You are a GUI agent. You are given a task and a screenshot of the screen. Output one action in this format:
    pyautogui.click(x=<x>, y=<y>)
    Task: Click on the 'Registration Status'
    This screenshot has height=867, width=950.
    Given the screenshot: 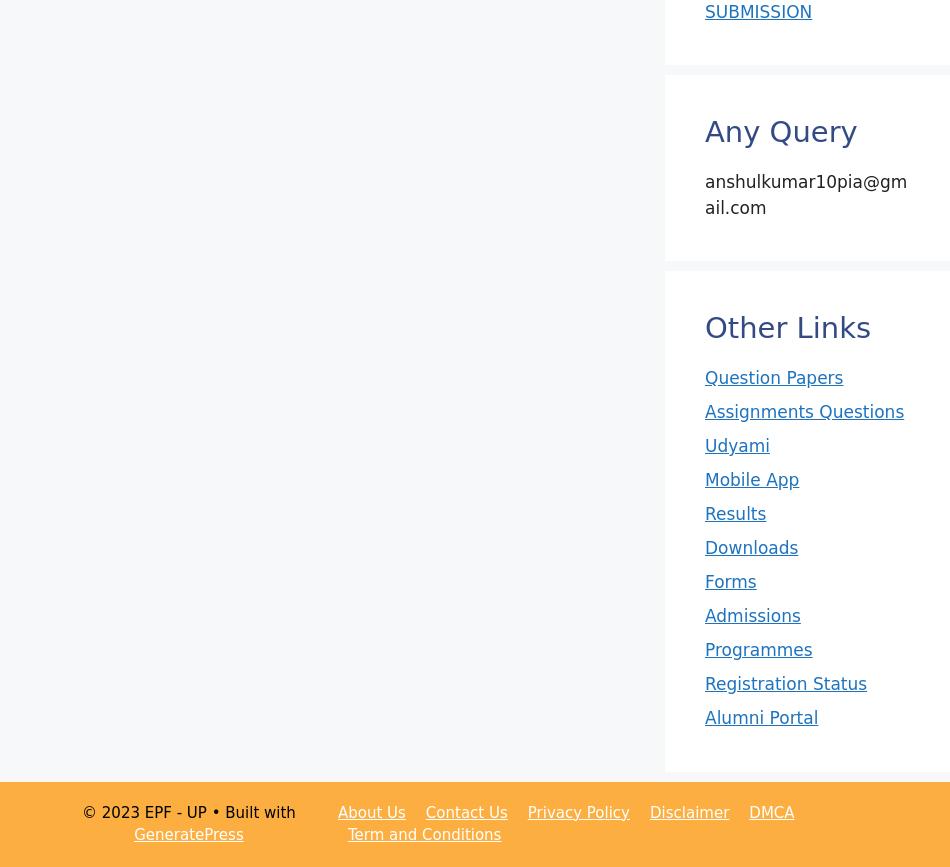 What is the action you would take?
    pyautogui.click(x=785, y=682)
    